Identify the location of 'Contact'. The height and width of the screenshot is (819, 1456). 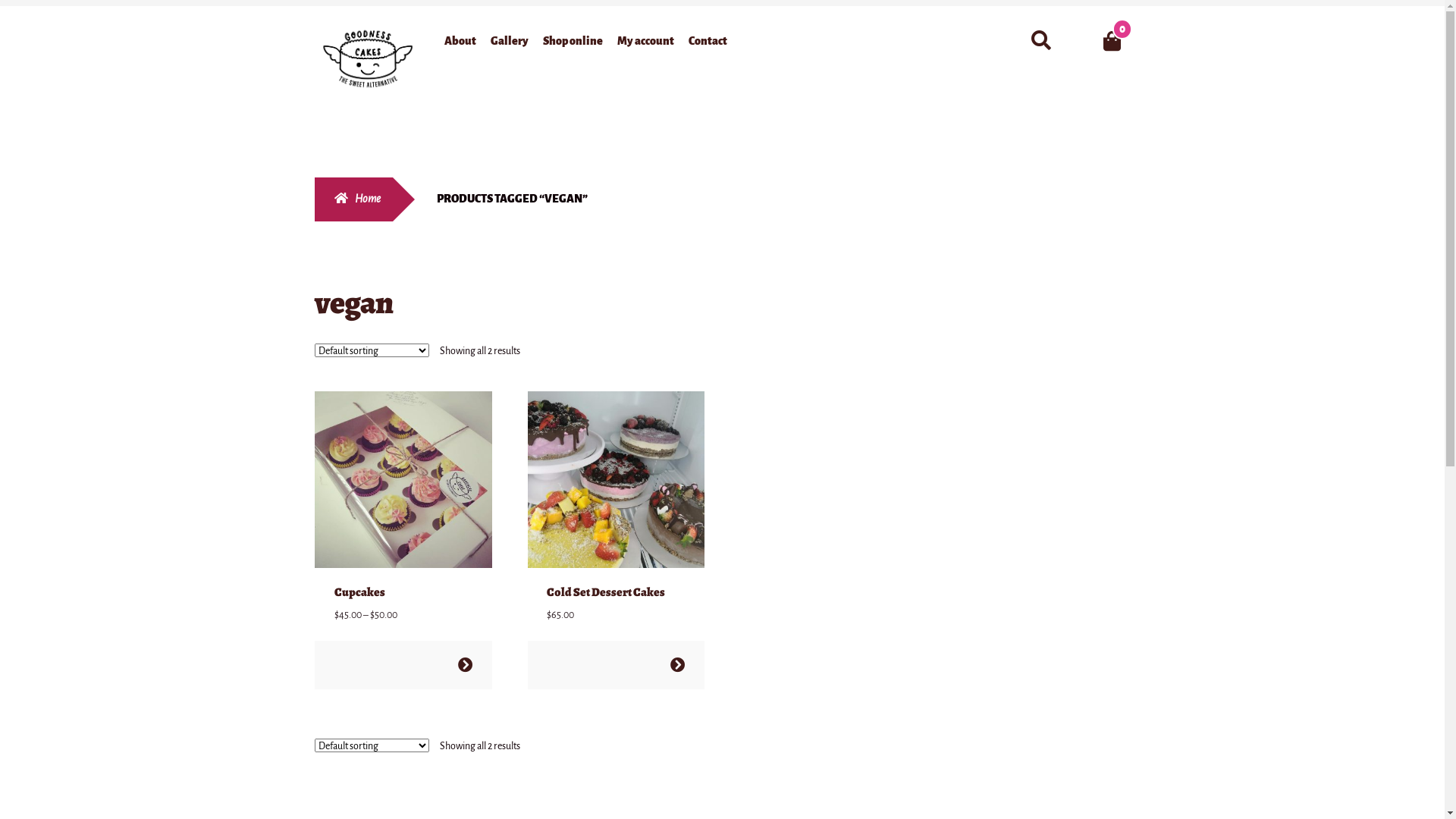
(707, 42).